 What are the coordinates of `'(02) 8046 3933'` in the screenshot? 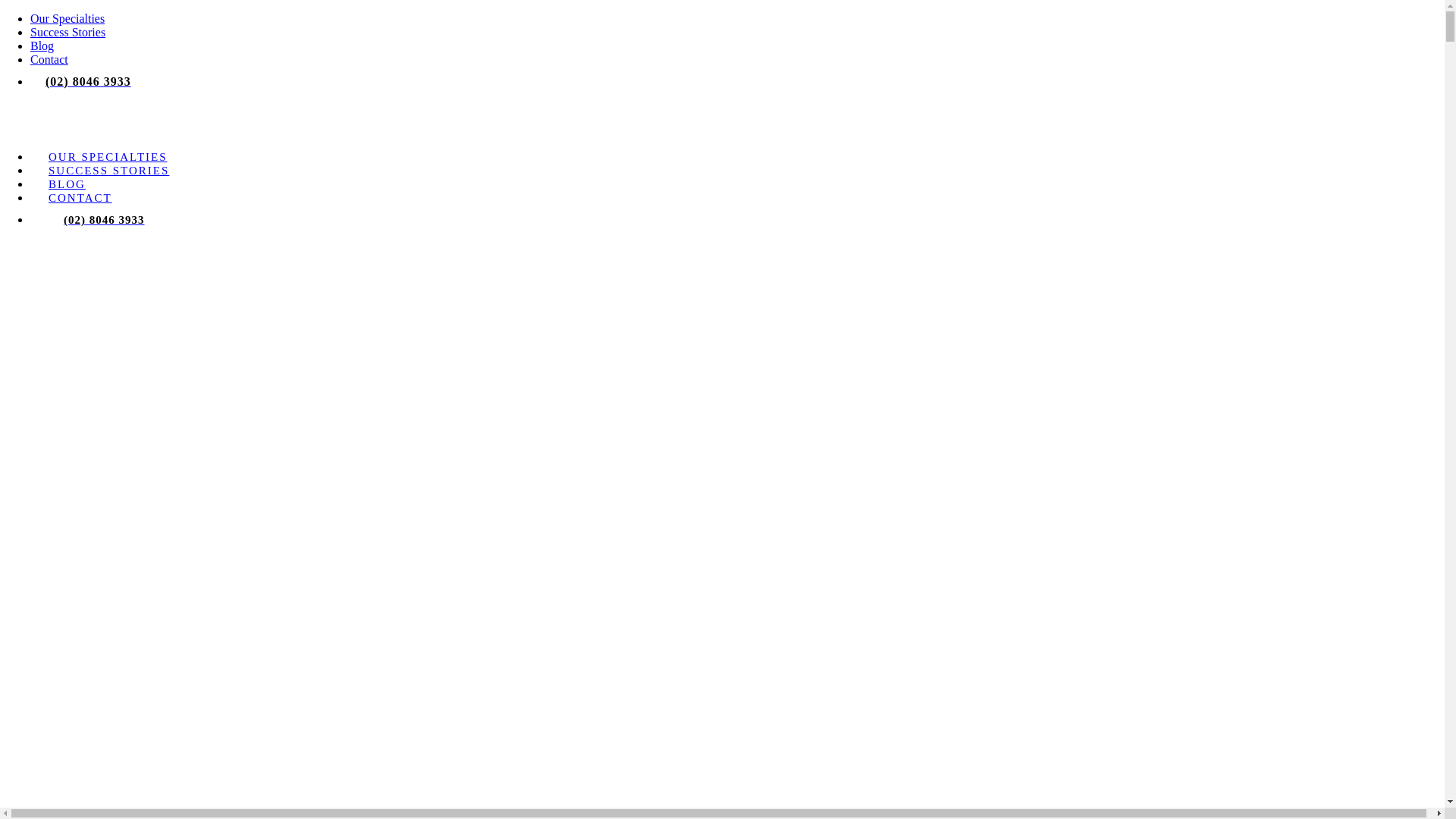 It's located at (103, 219).